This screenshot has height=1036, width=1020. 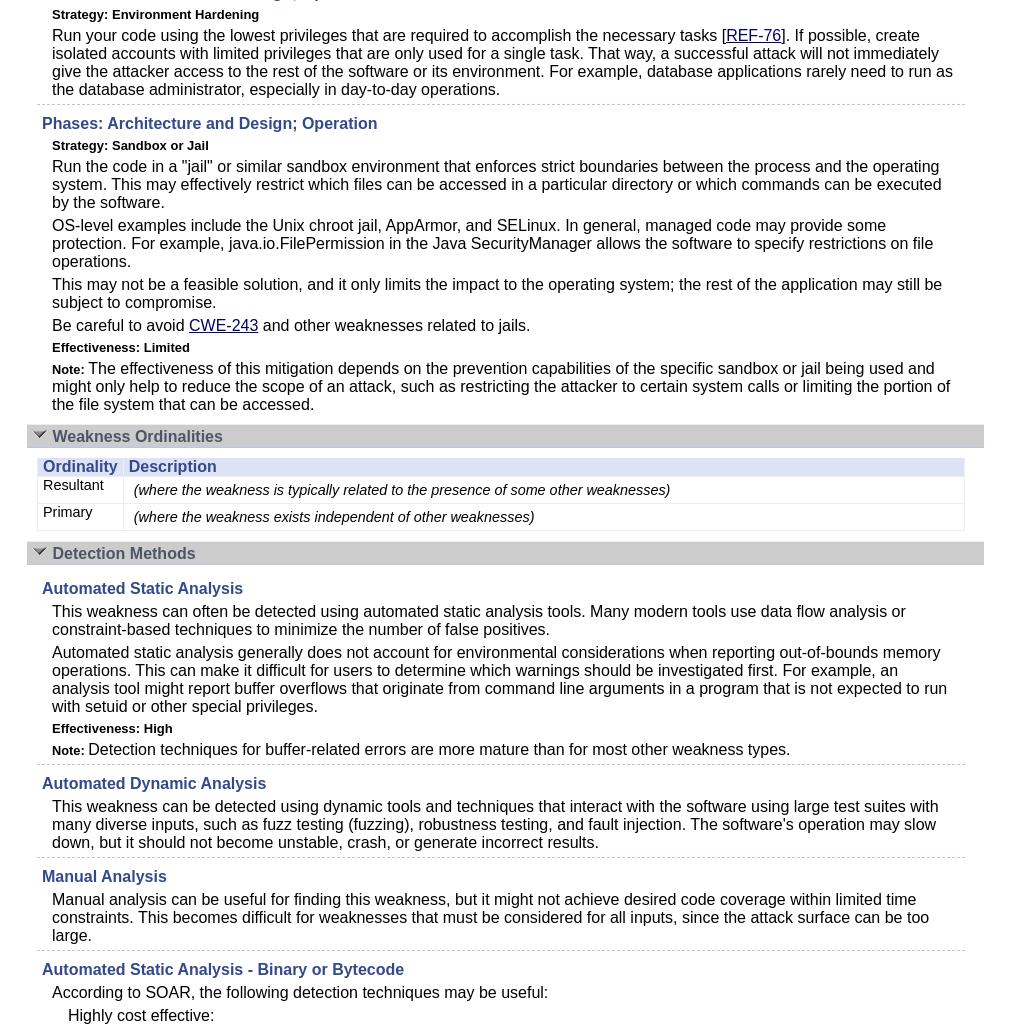 I want to click on 'Strategy:  Environment Hardening', so click(x=155, y=14).